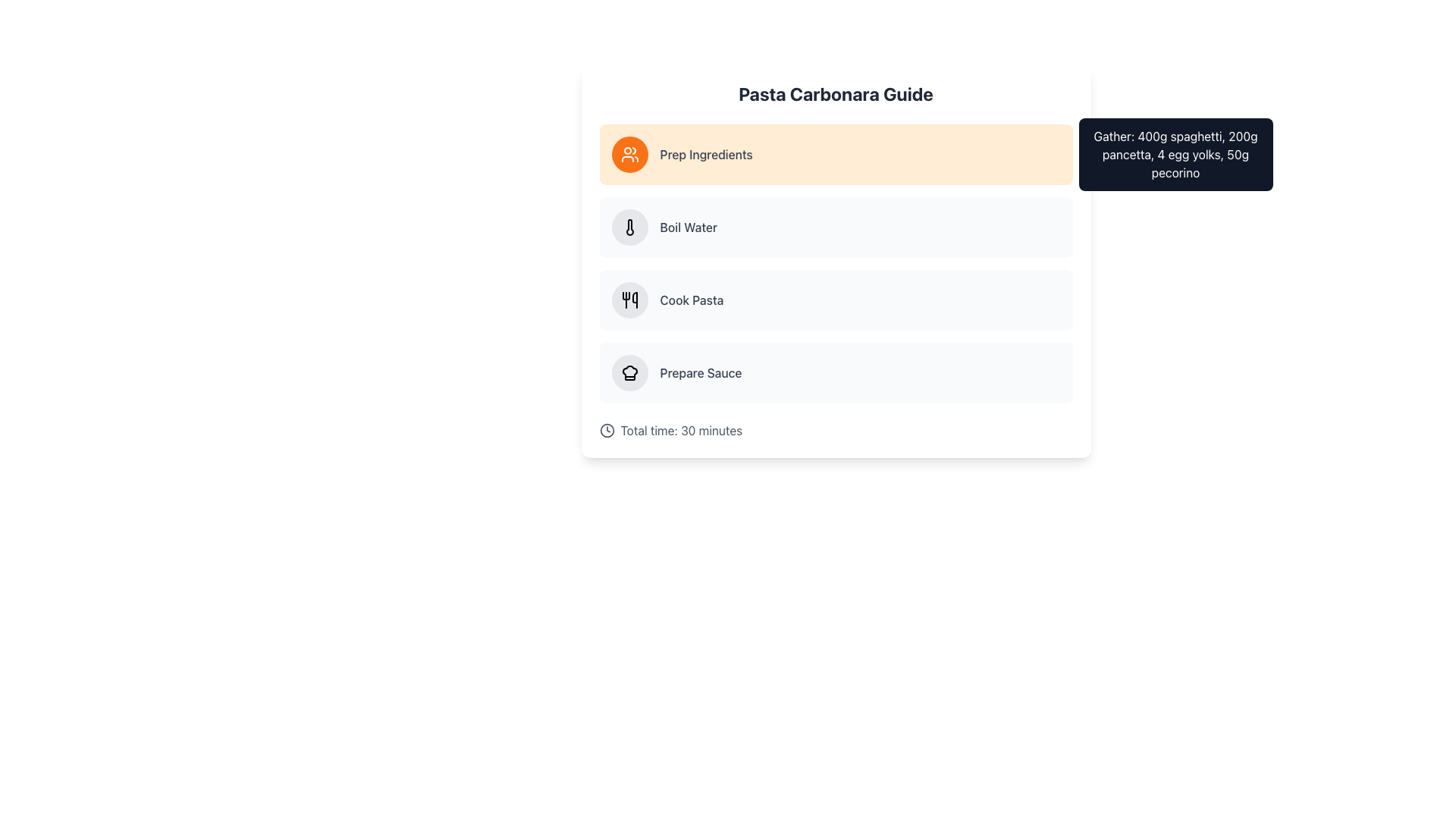 Image resolution: width=1456 pixels, height=819 pixels. What do you see at coordinates (705, 155) in the screenshot?
I see `'Prep Ingredients' text label displayed in gray within the orange card` at bounding box center [705, 155].